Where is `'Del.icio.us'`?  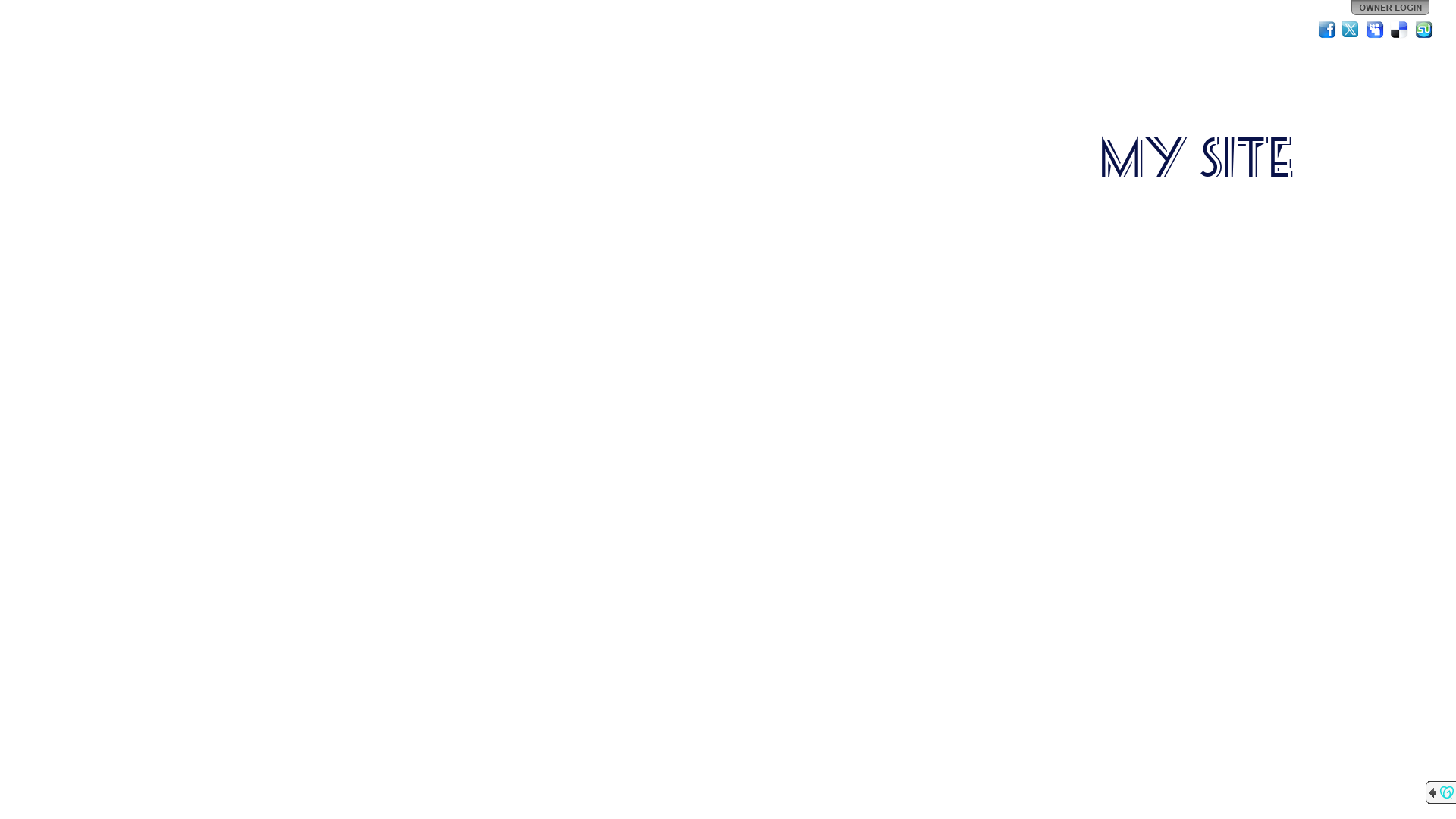 'Del.icio.us' is located at coordinates (1399, 29).